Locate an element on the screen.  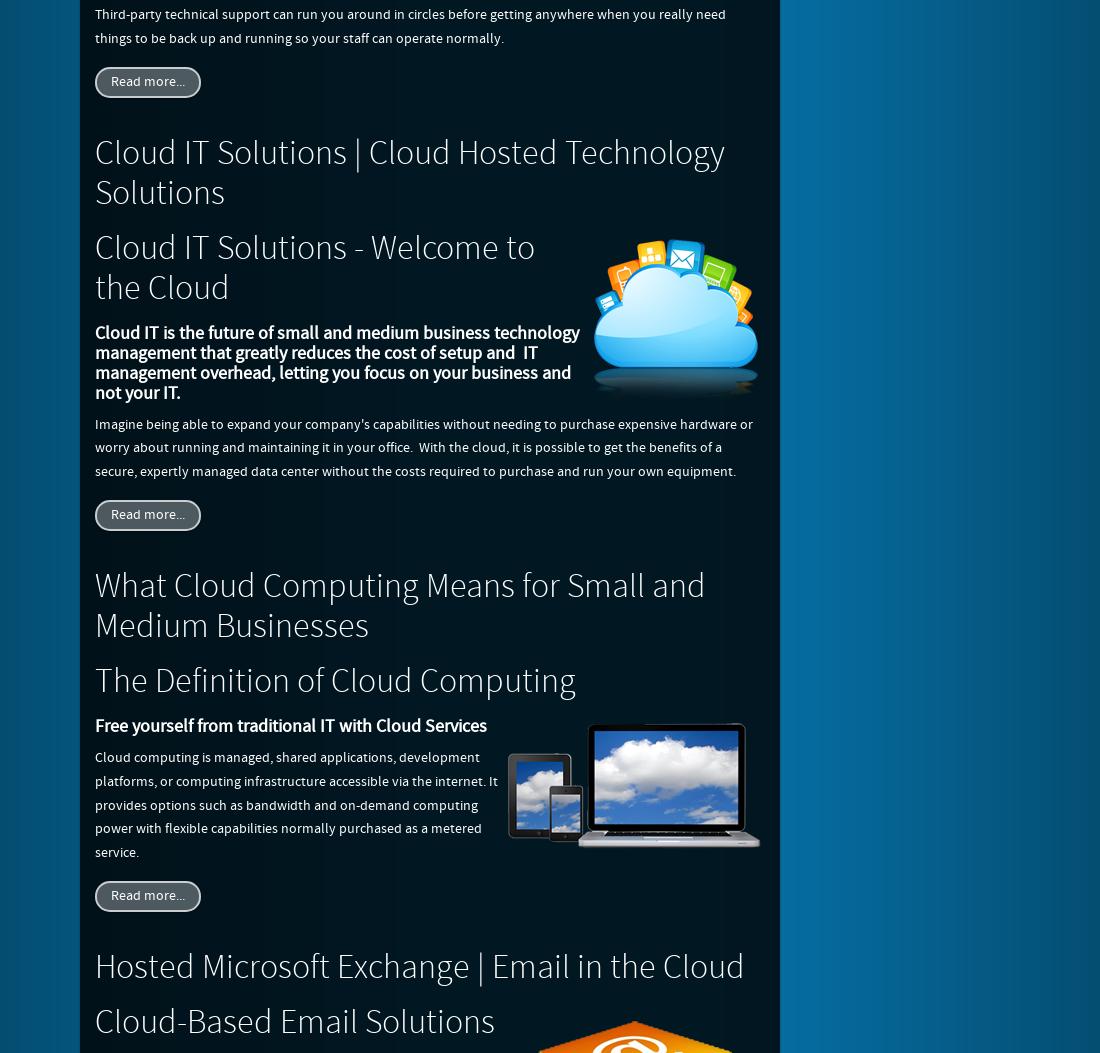
'Imagine being able to expand your company's capabilities without needing to purchase expensive hardware or worry about running and maintaining it in your office.  With the cloud, it is possible to get the benefits of a secure, expertly managed data center without the costs required to purchase and run your own equipment.' is located at coordinates (95, 447).